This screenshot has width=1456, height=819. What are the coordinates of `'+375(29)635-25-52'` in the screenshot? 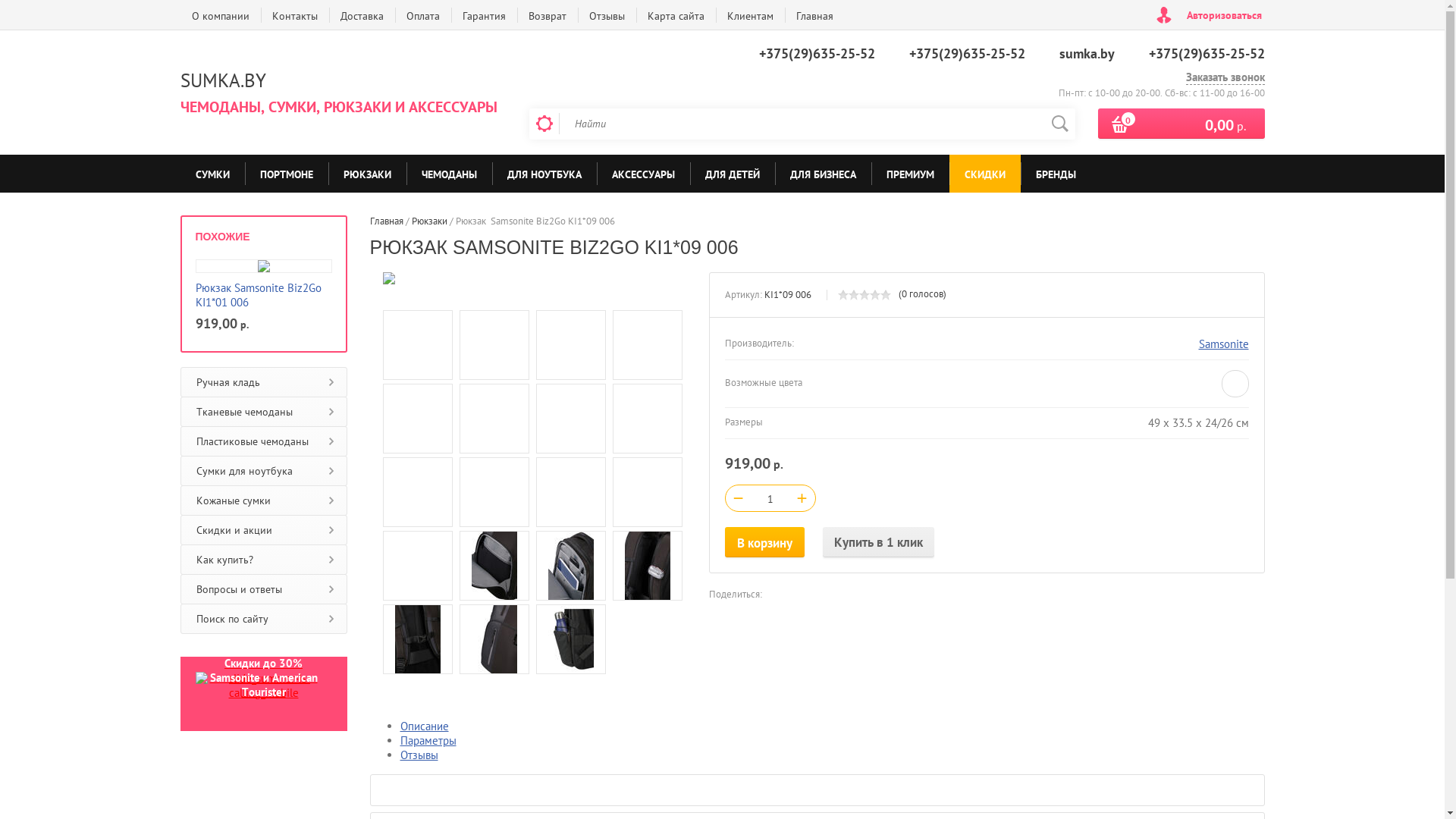 It's located at (965, 52).